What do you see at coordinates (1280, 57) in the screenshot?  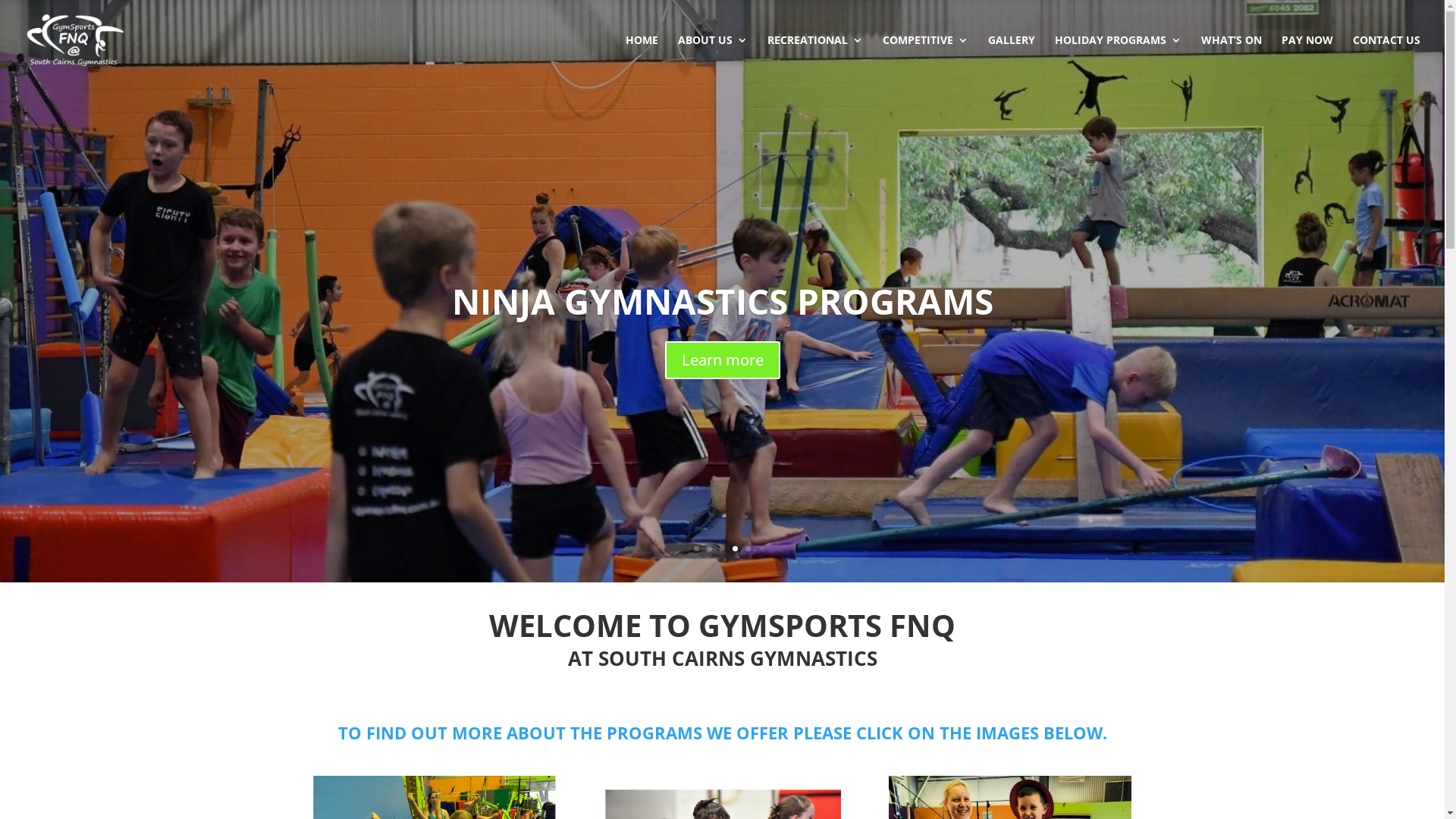 I see `'PAY NOW'` at bounding box center [1280, 57].